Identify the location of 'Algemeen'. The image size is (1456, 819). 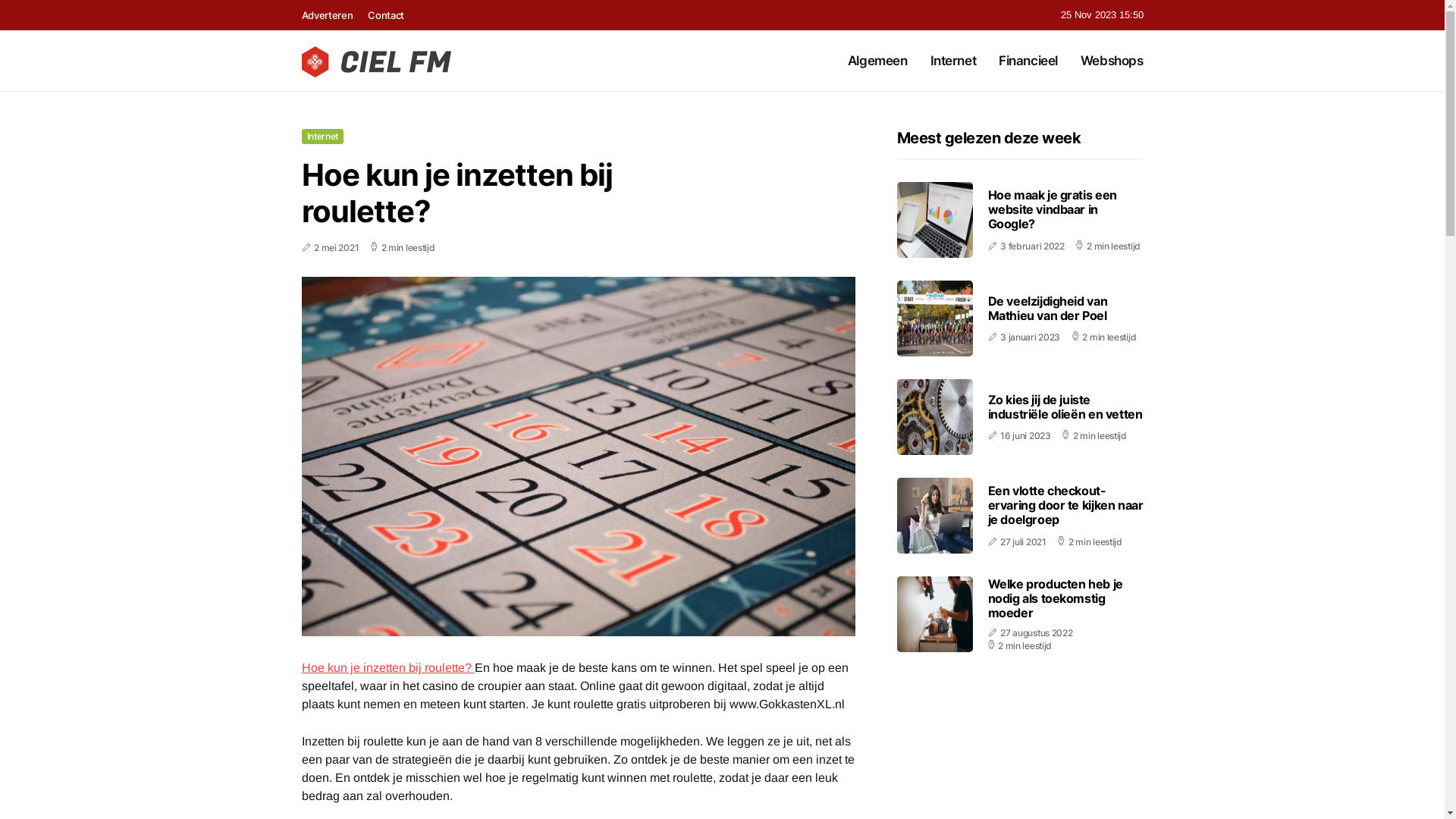
(877, 60).